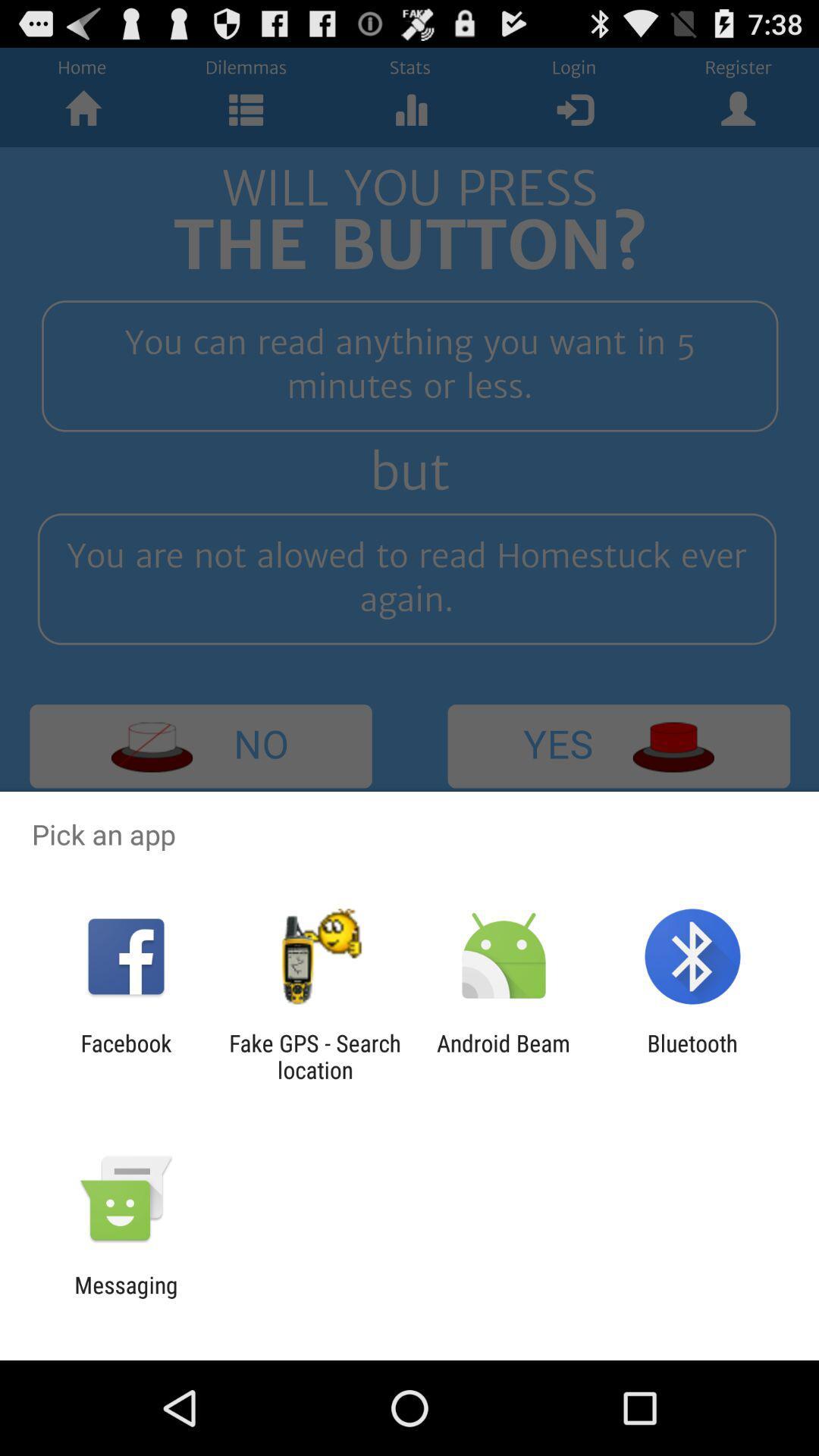 This screenshot has height=1456, width=819. Describe the element at coordinates (125, 1056) in the screenshot. I see `the app to the left of the fake gps search icon` at that location.